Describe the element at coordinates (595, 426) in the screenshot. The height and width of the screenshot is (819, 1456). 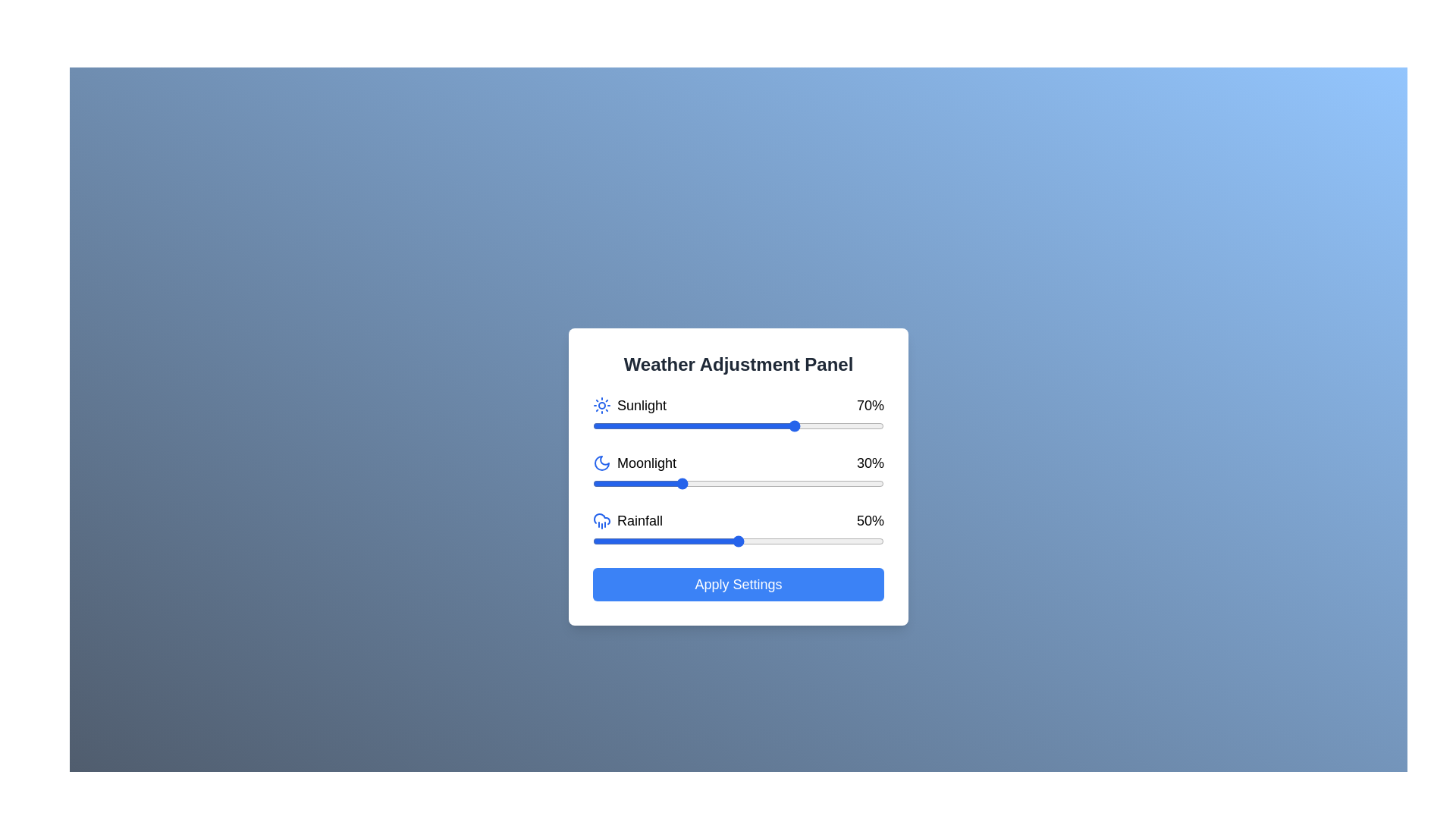
I see `the sunlight slider to 1%` at that location.